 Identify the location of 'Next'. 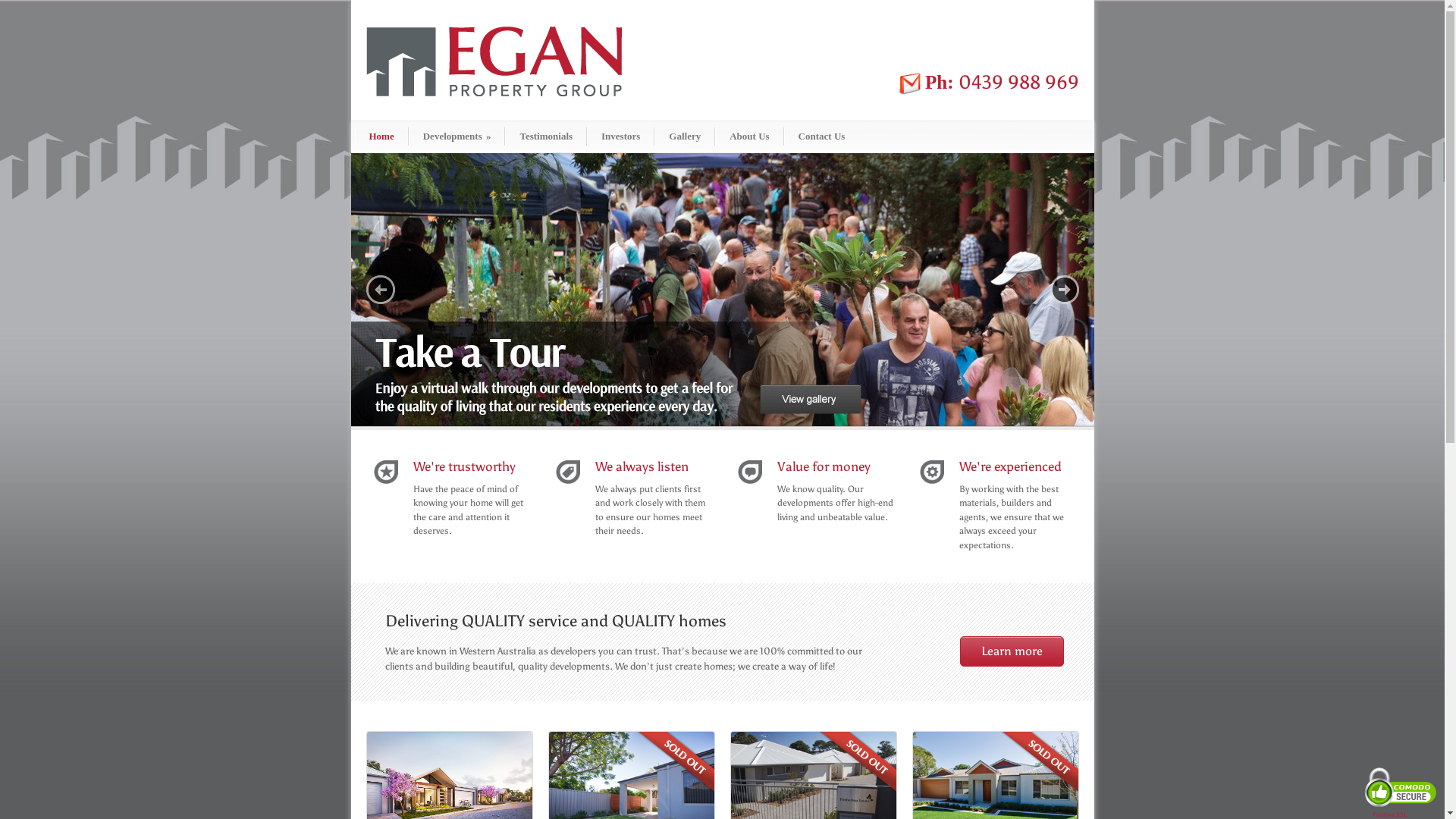
(1048, 289).